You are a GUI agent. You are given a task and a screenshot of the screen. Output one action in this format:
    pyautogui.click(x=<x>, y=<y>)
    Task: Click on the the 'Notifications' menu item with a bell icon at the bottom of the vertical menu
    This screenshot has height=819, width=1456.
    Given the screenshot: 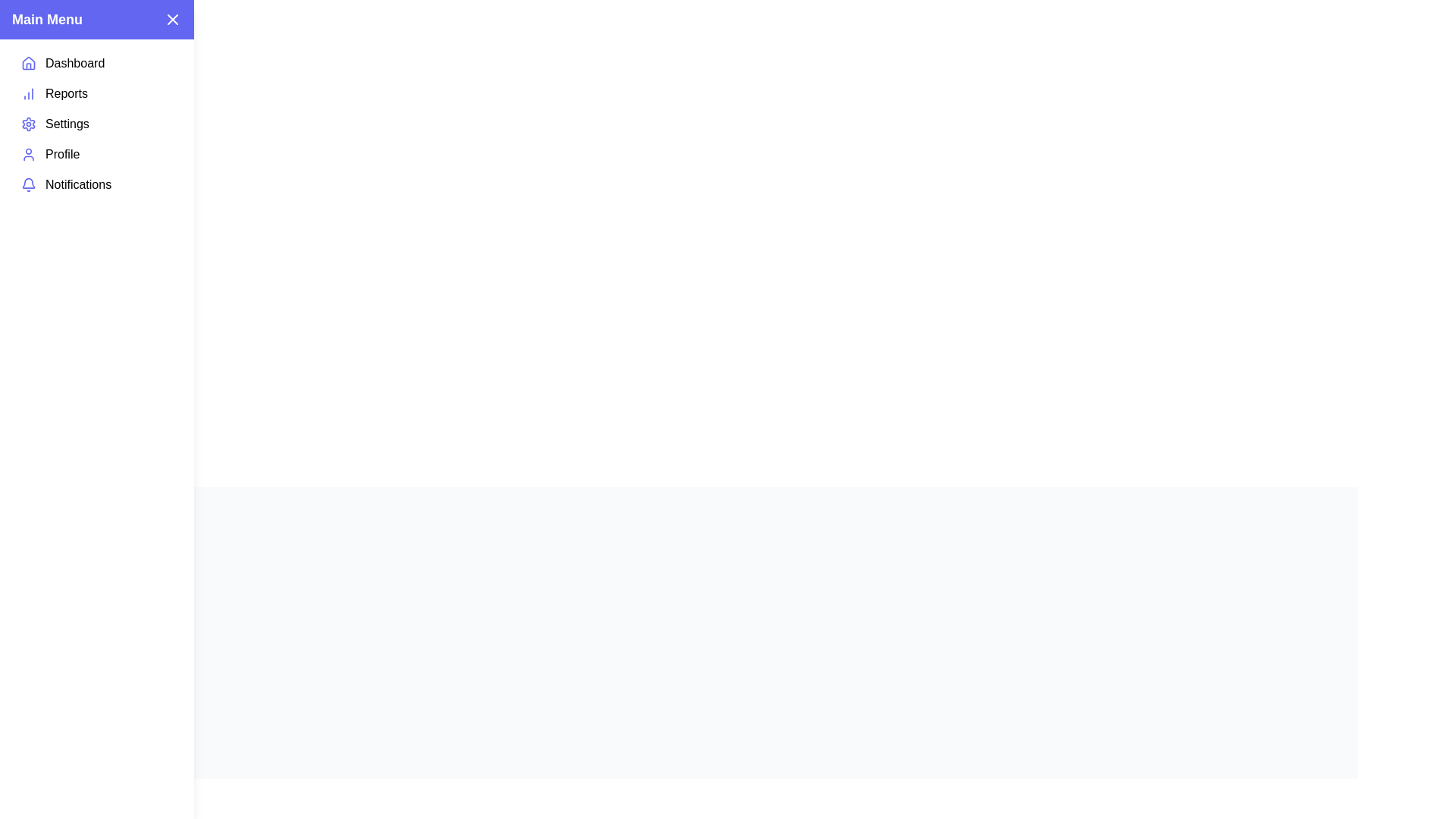 What is the action you would take?
    pyautogui.click(x=96, y=184)
    